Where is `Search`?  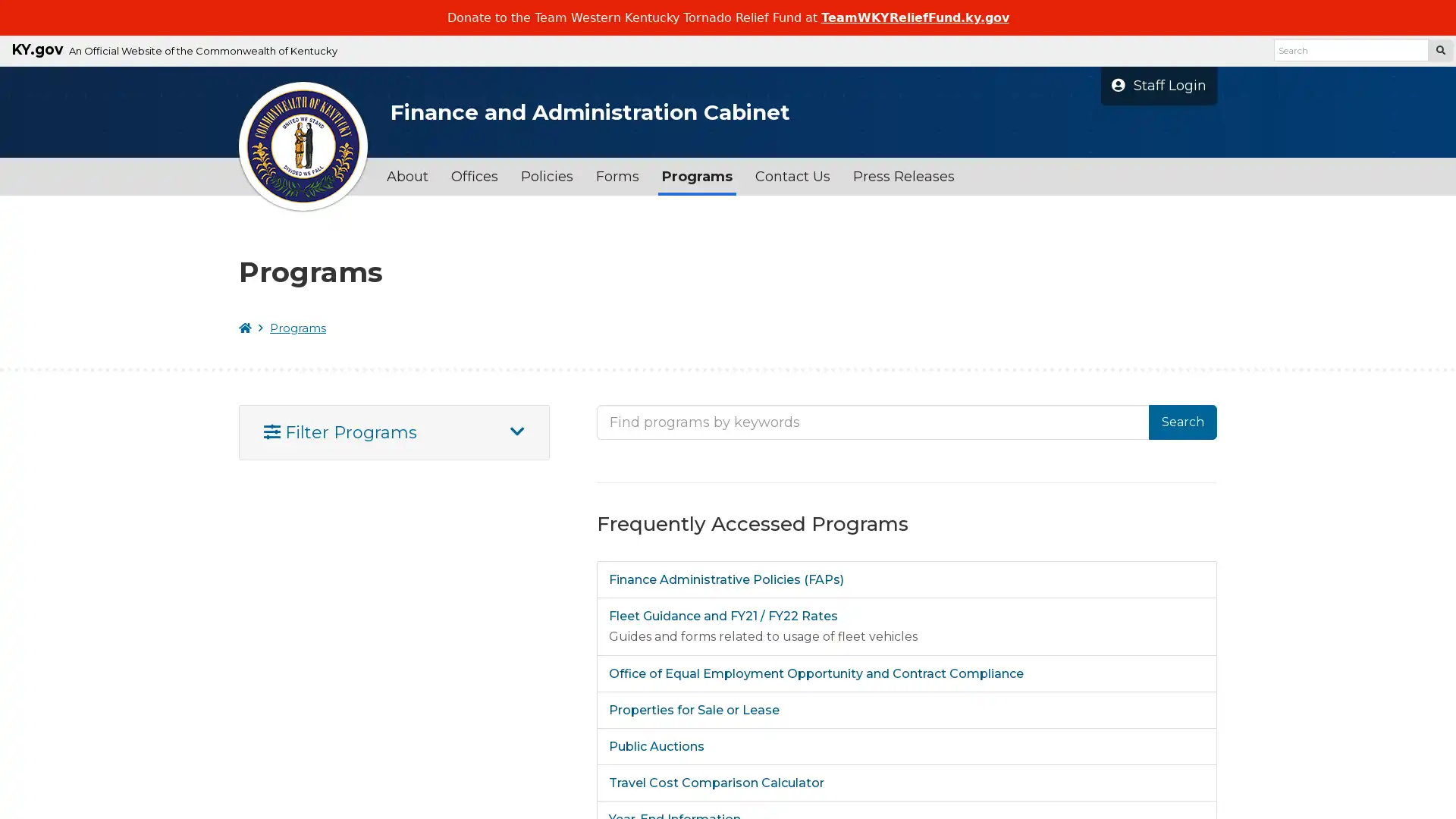 Search is located at coordinates (1439, 49).